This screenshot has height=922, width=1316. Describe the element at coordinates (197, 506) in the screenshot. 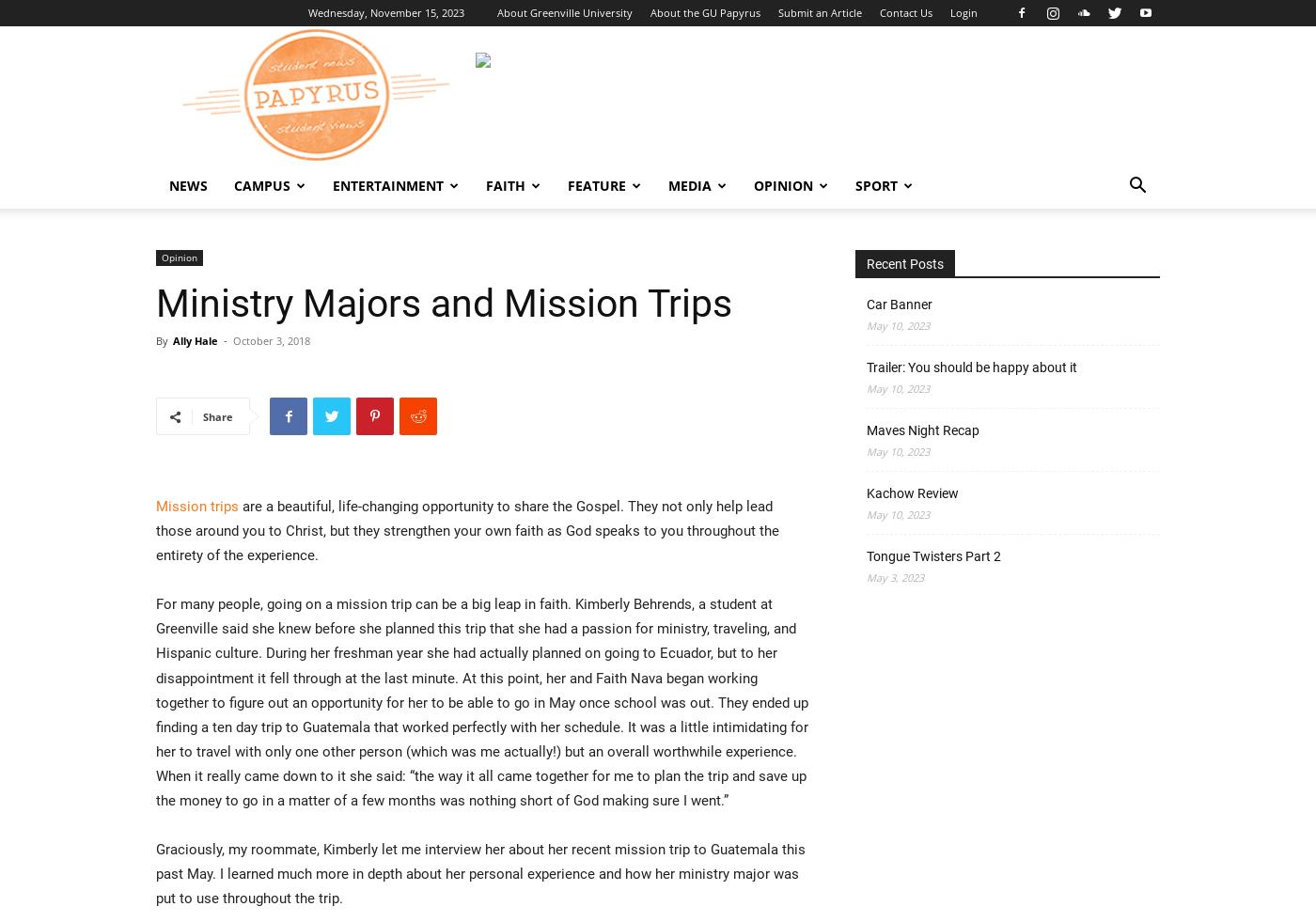

I see `'Mission trips'` at that location.